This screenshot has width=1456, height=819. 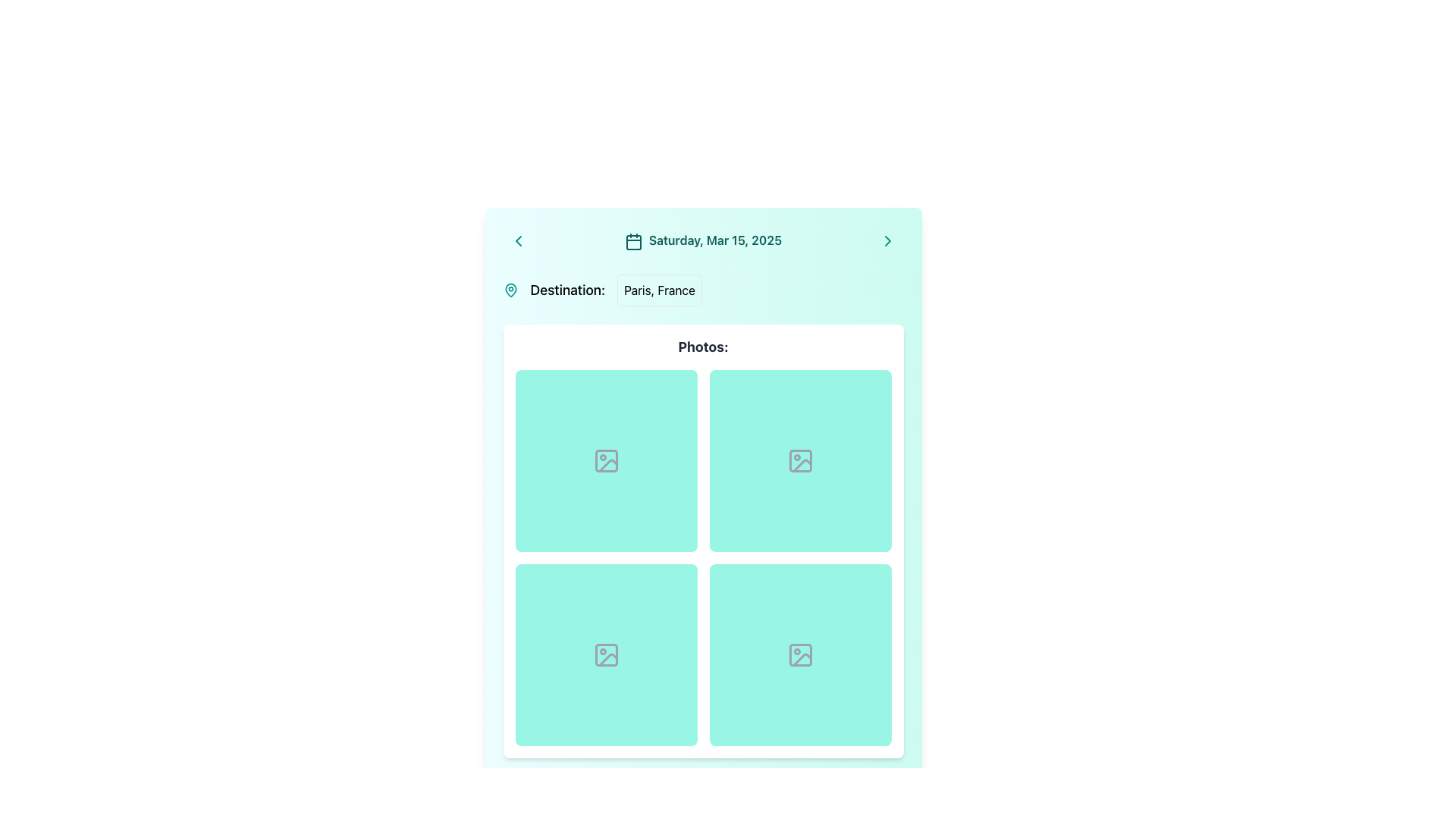 What do you see at coordinates (605, 460) in the screenshot?
I see `the graphic icon located in the upper-left cell of the four-cell image grid in the 'Photos' section` at bounding box center [605, 460].